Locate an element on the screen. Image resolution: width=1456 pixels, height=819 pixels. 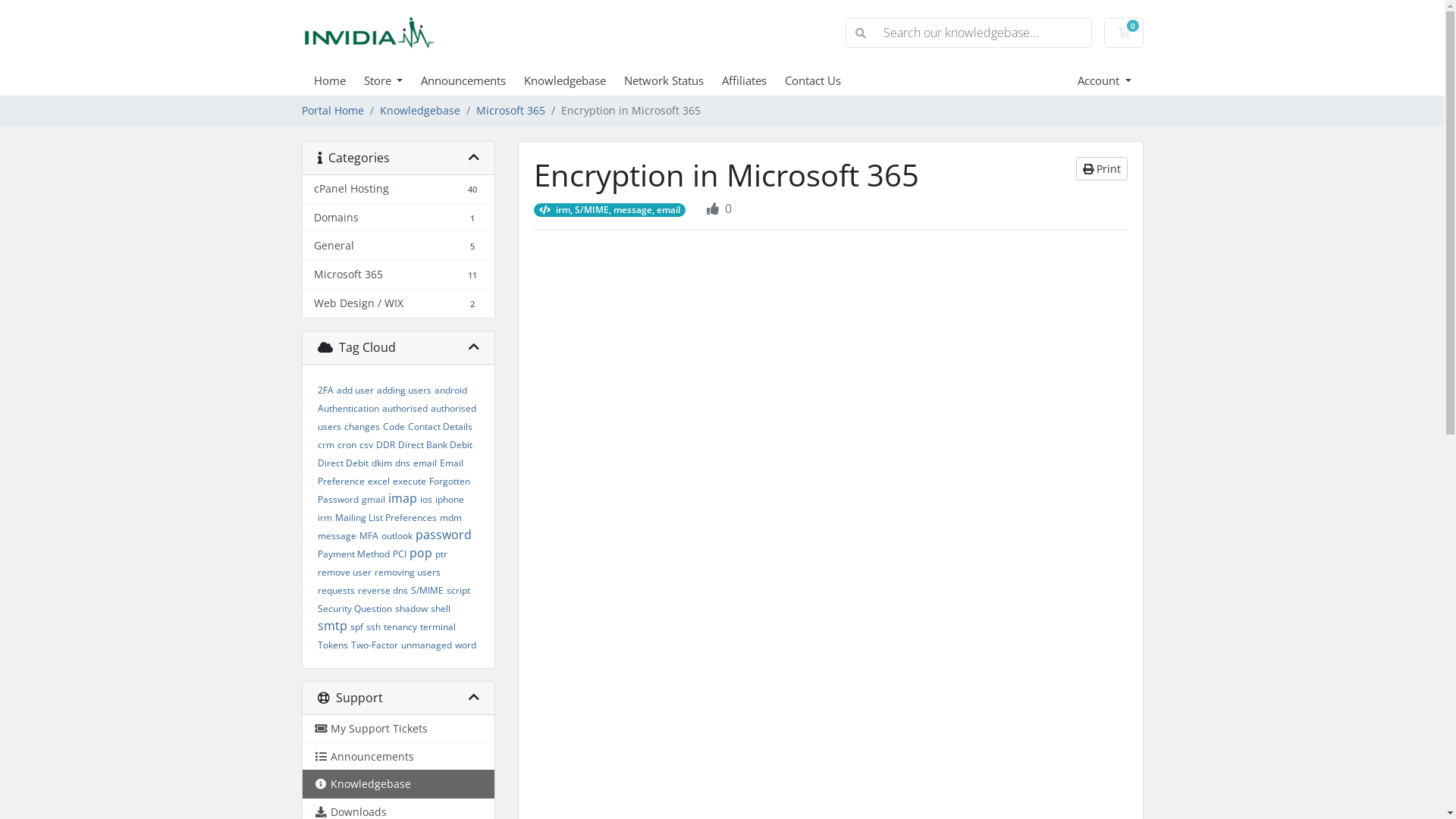
'Home' is located at coordinates (337, 80).